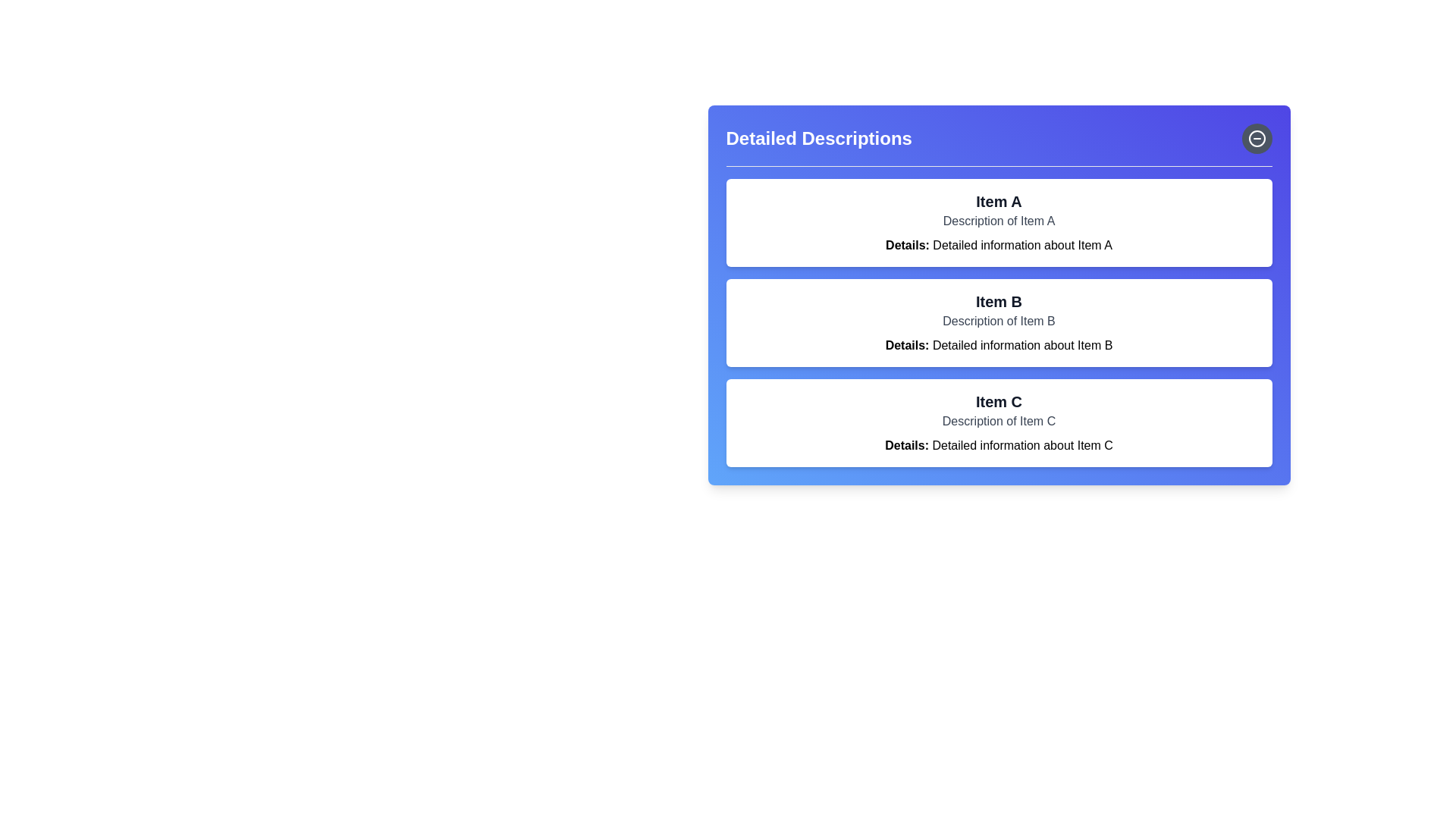 The width and height of the screenshot is (1456, 819). Describe the element at coordinates (1257, 138) in the screenshot. I see `the gray 'minus' icon located at the top-right corner of the blue header panel` at that location.